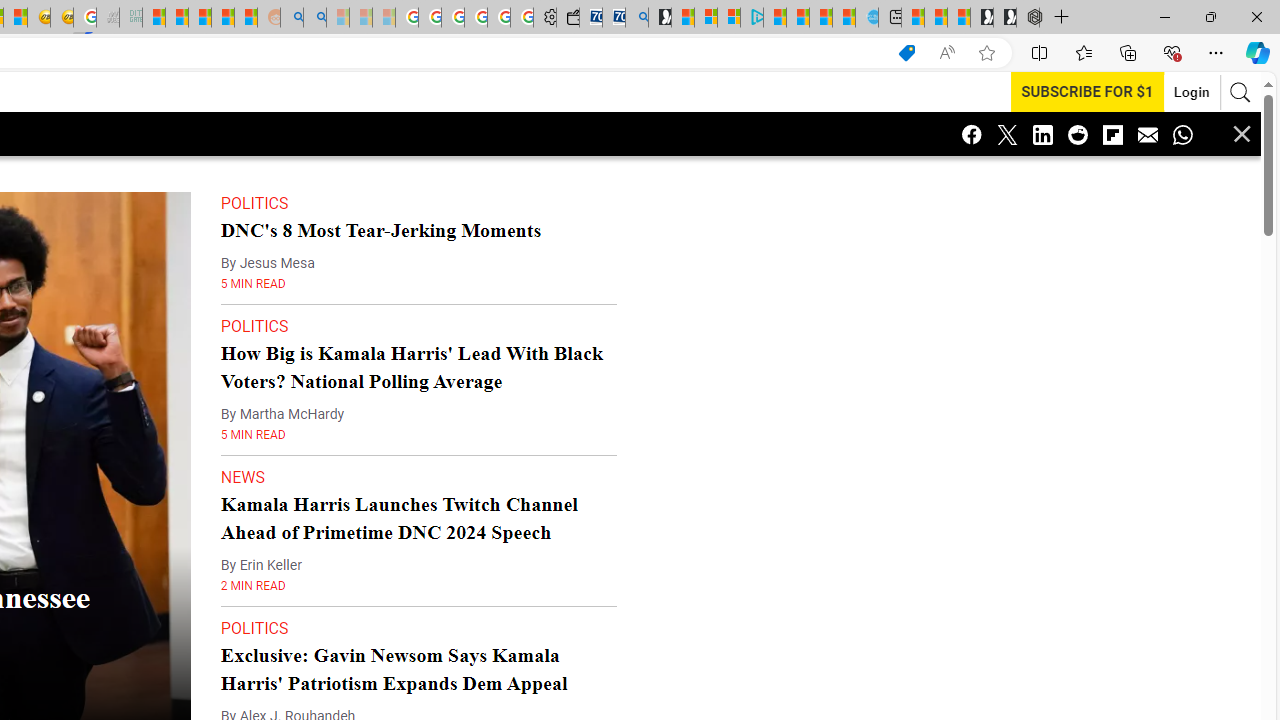  What do you see at coordinates (972, 133) in the screenshot?
I see `'Class: icon-facebook'` at bounding box center [972, 133].